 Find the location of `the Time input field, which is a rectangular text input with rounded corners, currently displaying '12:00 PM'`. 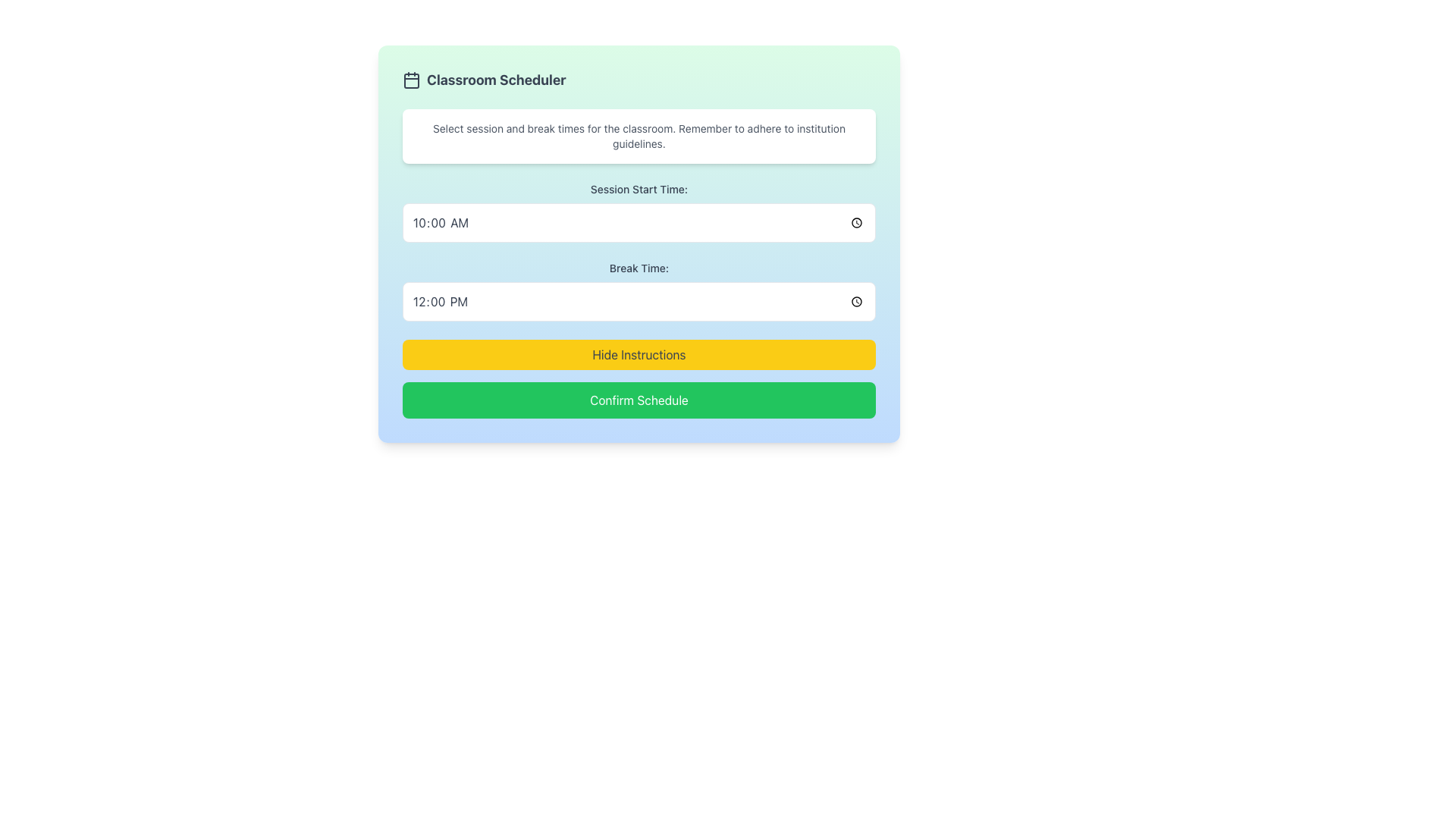

the Time input field, which is a rectangular text input with rounded corners, currently displaying '12:00 PM' is located at coordinates (639, 301).